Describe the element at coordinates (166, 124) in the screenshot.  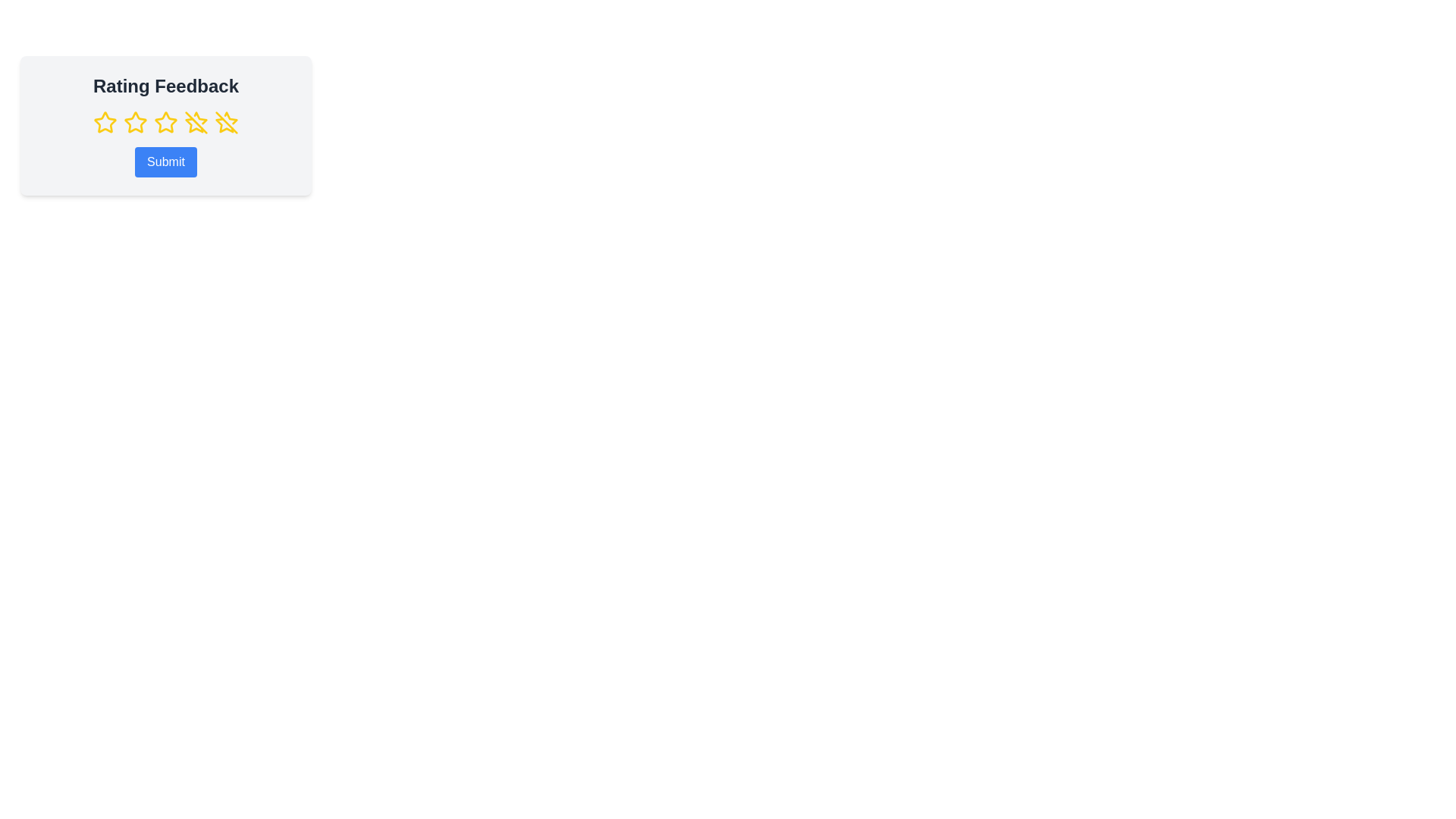
I see `one of the stars` at that location.